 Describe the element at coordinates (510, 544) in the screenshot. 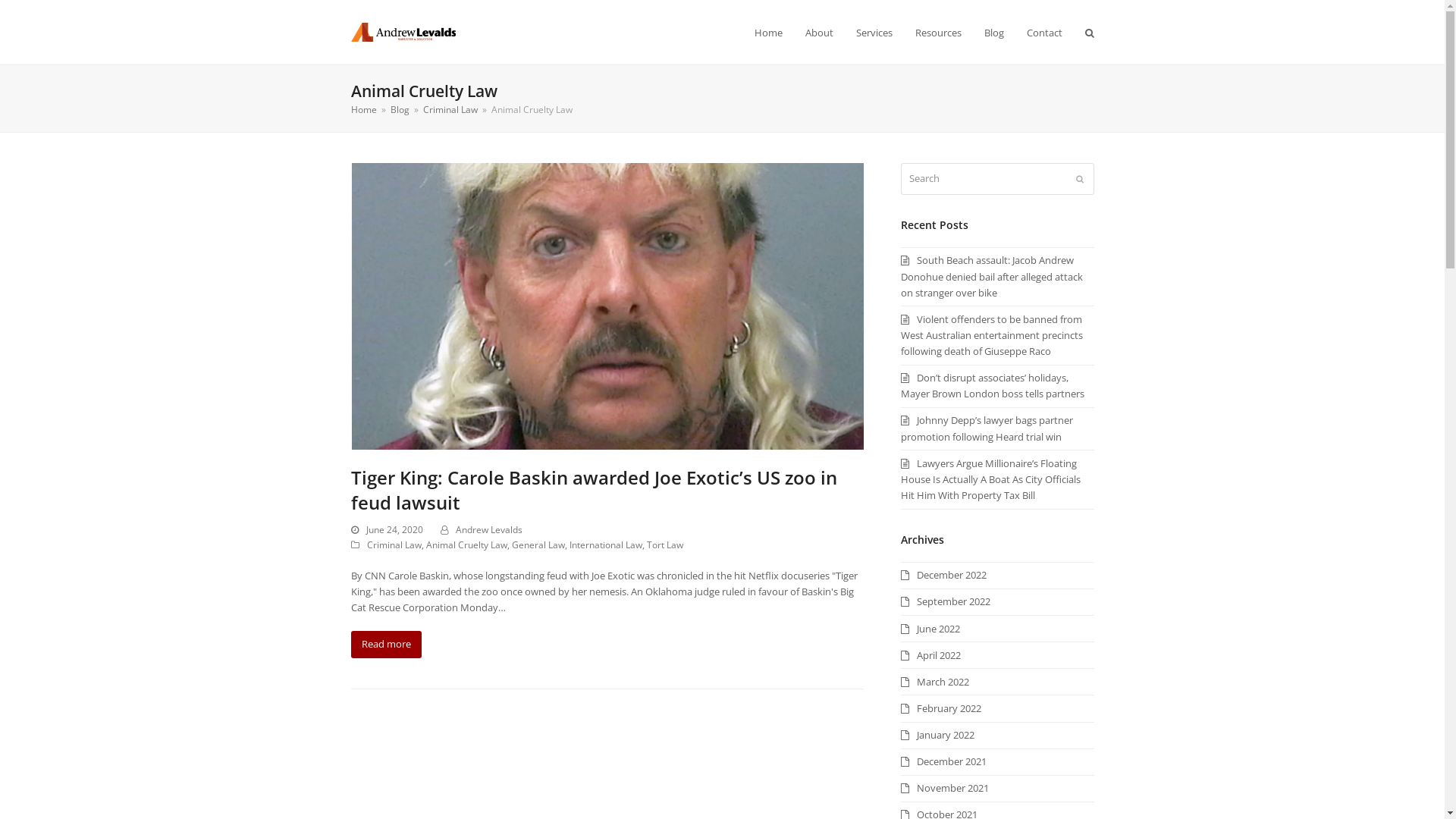

I see `'General Law'` at that location.